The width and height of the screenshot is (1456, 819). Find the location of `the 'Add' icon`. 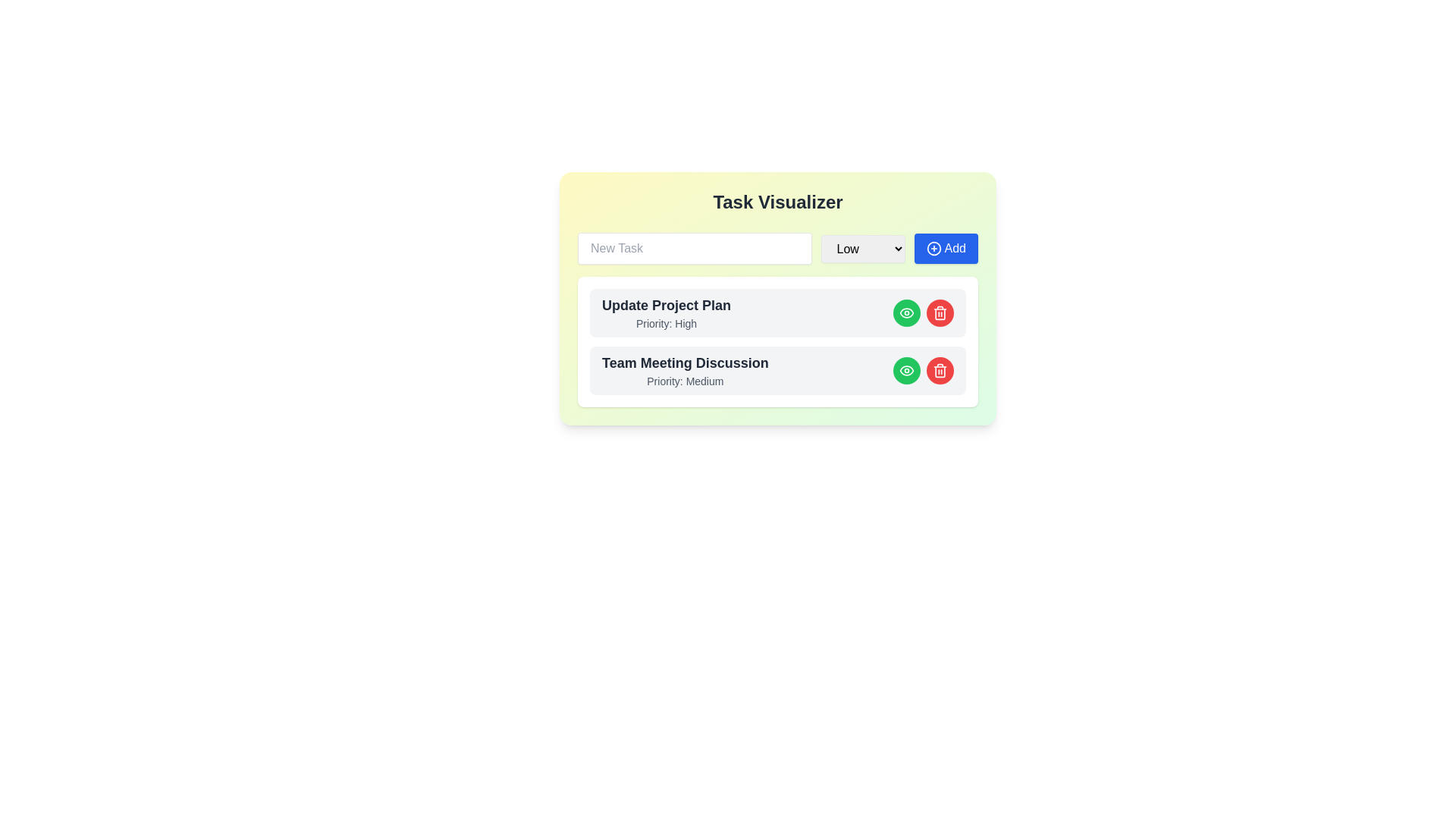

the 'Add' icon is located at coordinates (932, 247).